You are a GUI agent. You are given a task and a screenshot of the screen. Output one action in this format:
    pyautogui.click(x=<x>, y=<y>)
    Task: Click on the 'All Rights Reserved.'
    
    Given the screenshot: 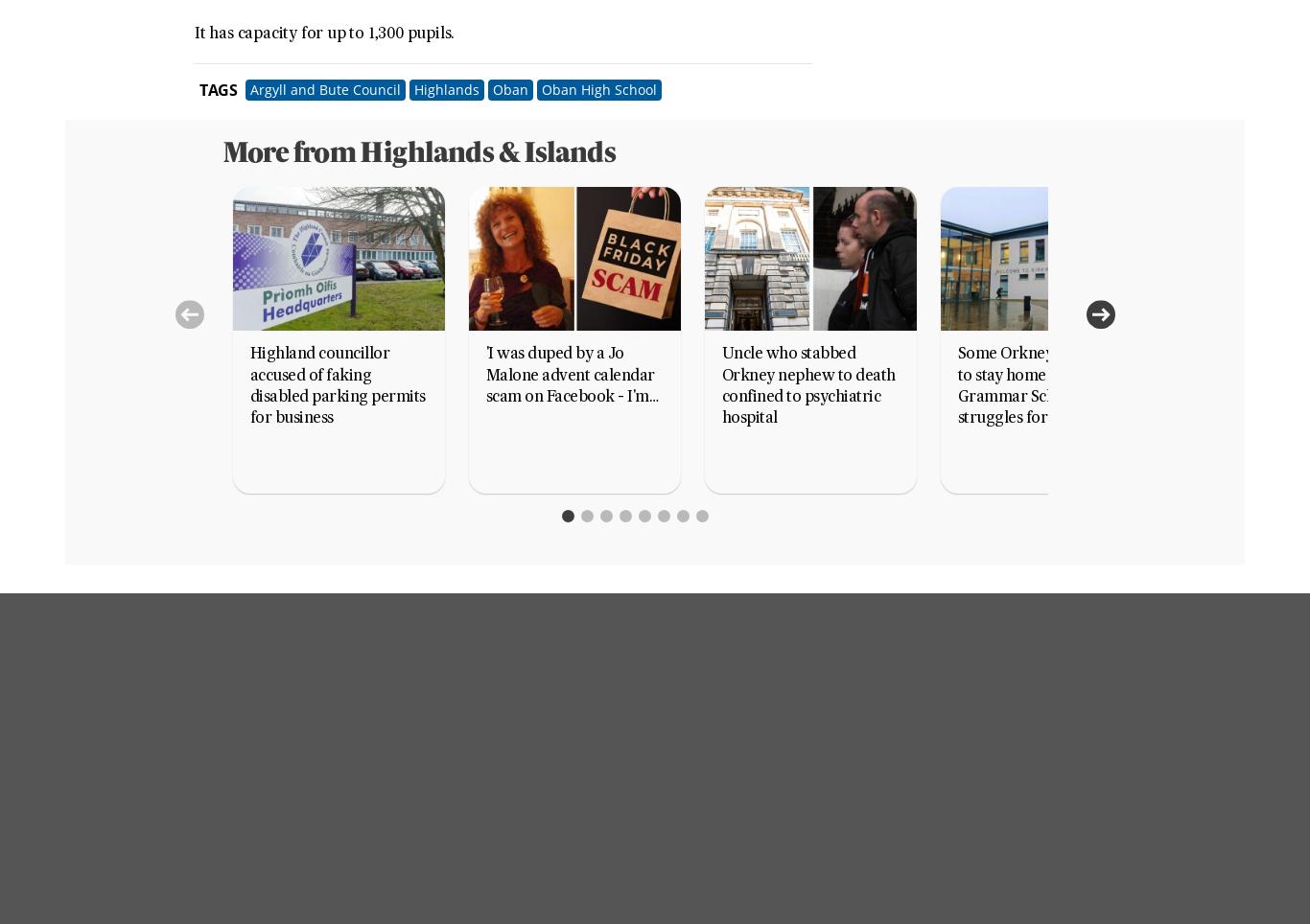 What is the action you would take?
    pyautogui.click(x=597, y=873)
    